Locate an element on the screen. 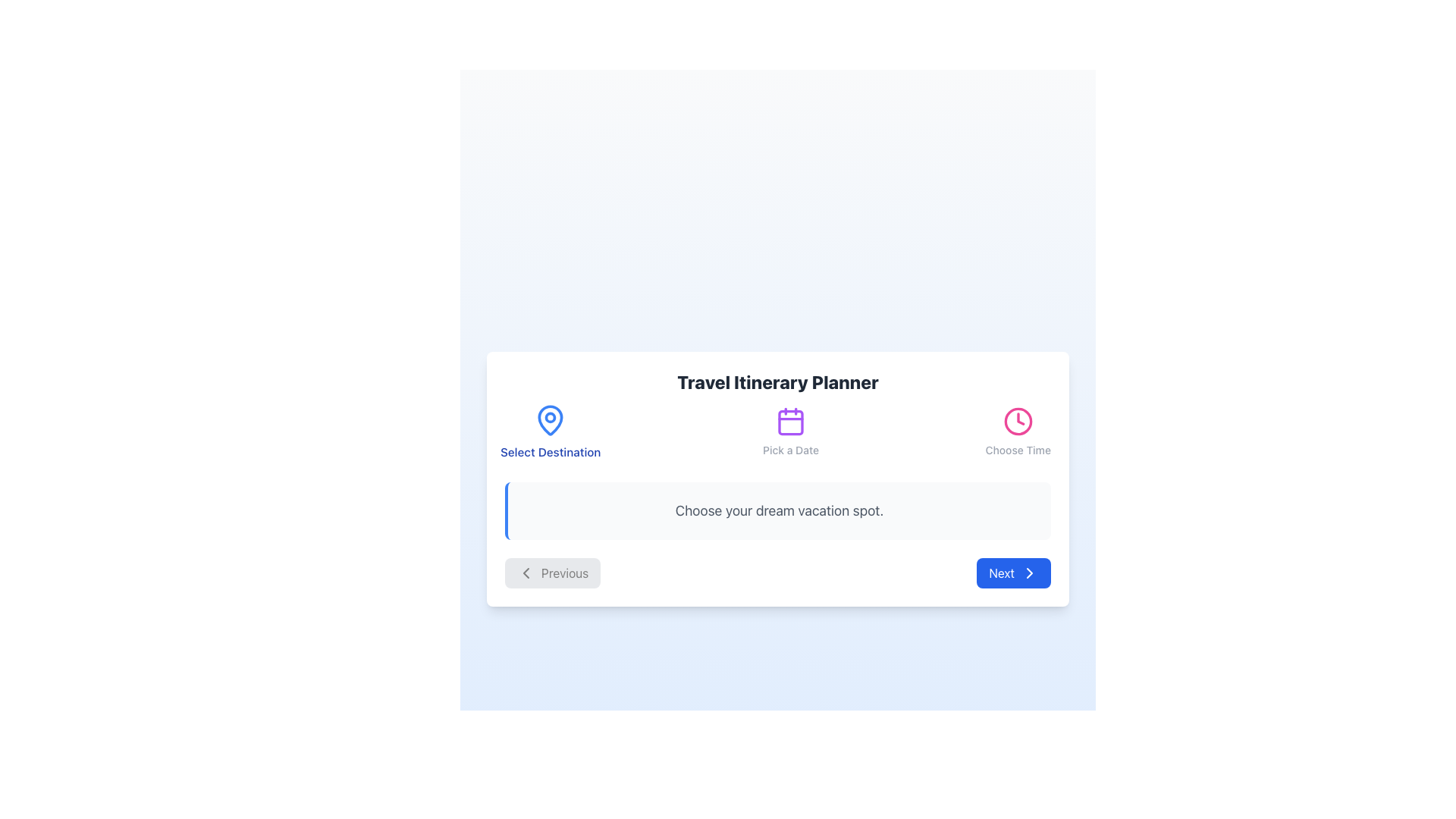 The height and width of the screenshot is (819, 1456). the SVG rectangle with rounded corners inside the 'Pick a Date' calendar icon, which is the second icon in the toolbar at the top of the card is located at coordinates (790, 422).